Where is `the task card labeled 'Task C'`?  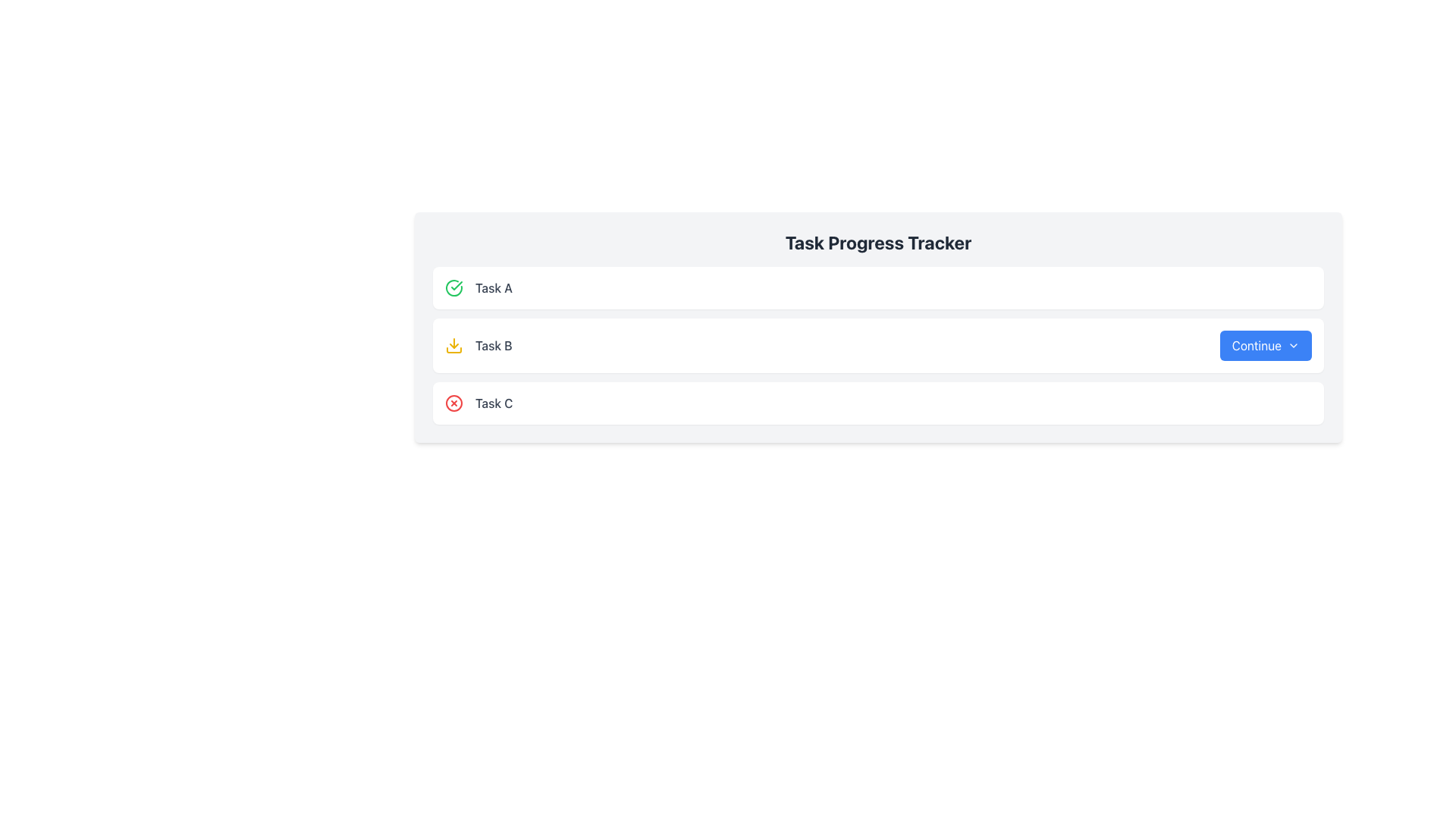
the task card labeled 'Task C' is located at coordinates (878, 403).